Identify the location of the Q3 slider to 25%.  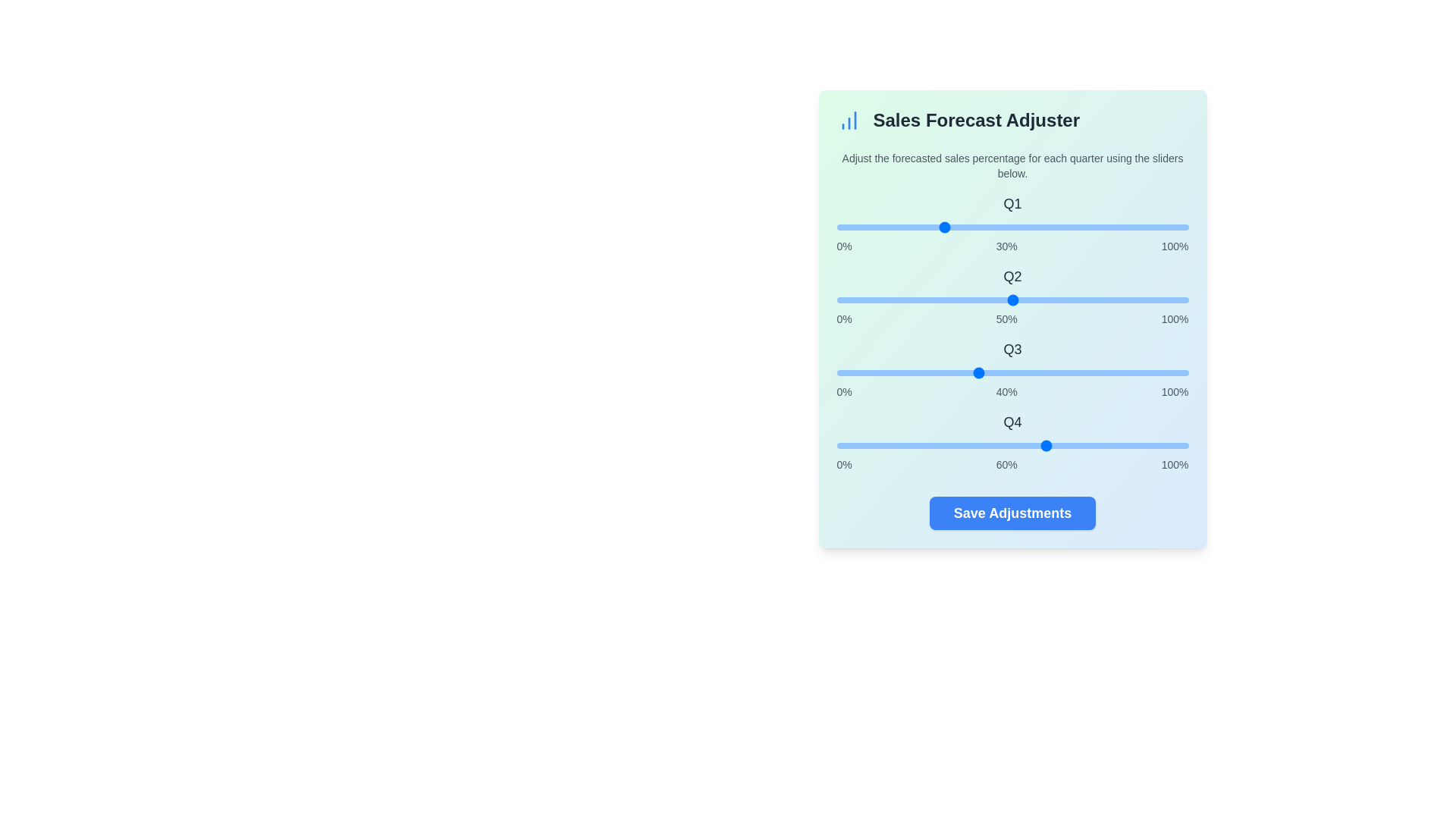
(924, 373).